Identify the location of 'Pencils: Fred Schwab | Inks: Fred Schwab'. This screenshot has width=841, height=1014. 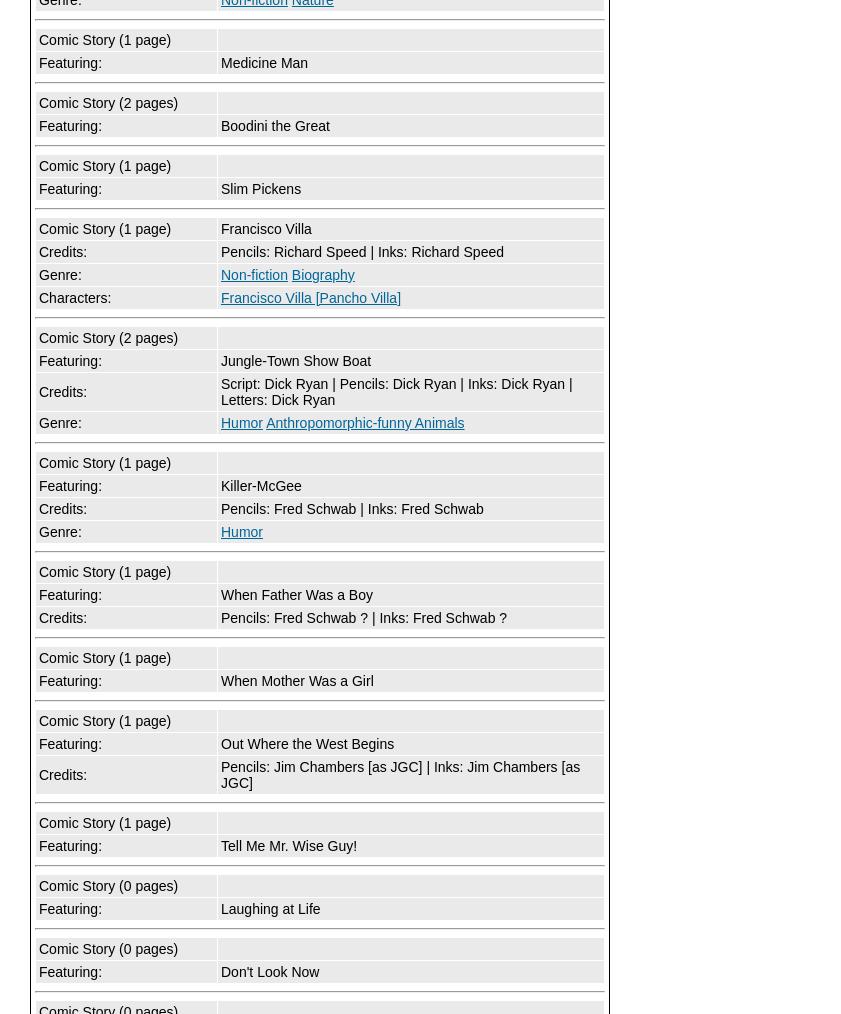
(350, 508).